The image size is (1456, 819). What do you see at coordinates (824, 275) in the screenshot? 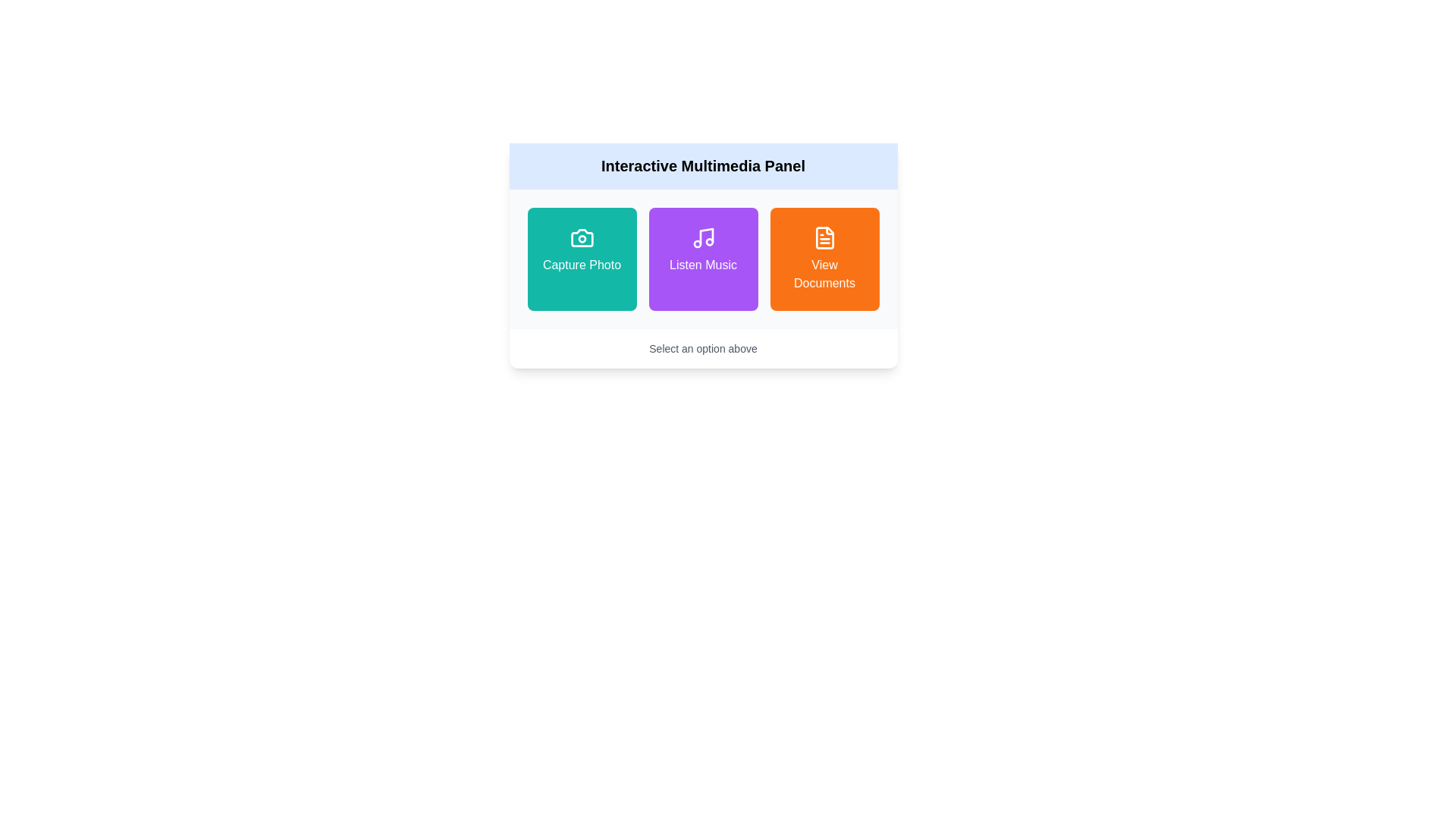
I see `the text label located at the central bottom portion of the orange button that describes the action of viewing documents` at bounding box center [824, 275].